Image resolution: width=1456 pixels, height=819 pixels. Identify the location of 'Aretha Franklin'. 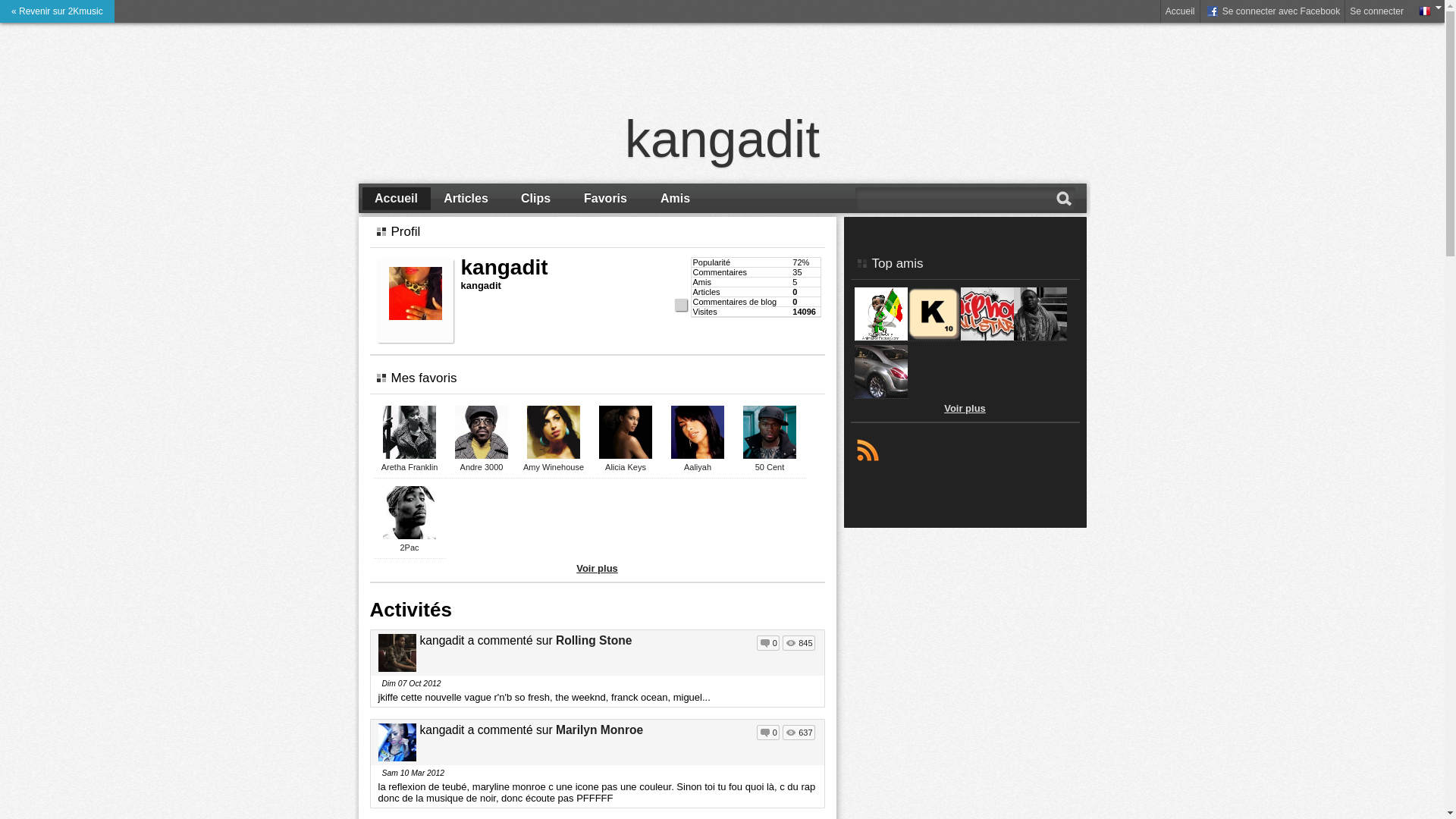
(409, 466).